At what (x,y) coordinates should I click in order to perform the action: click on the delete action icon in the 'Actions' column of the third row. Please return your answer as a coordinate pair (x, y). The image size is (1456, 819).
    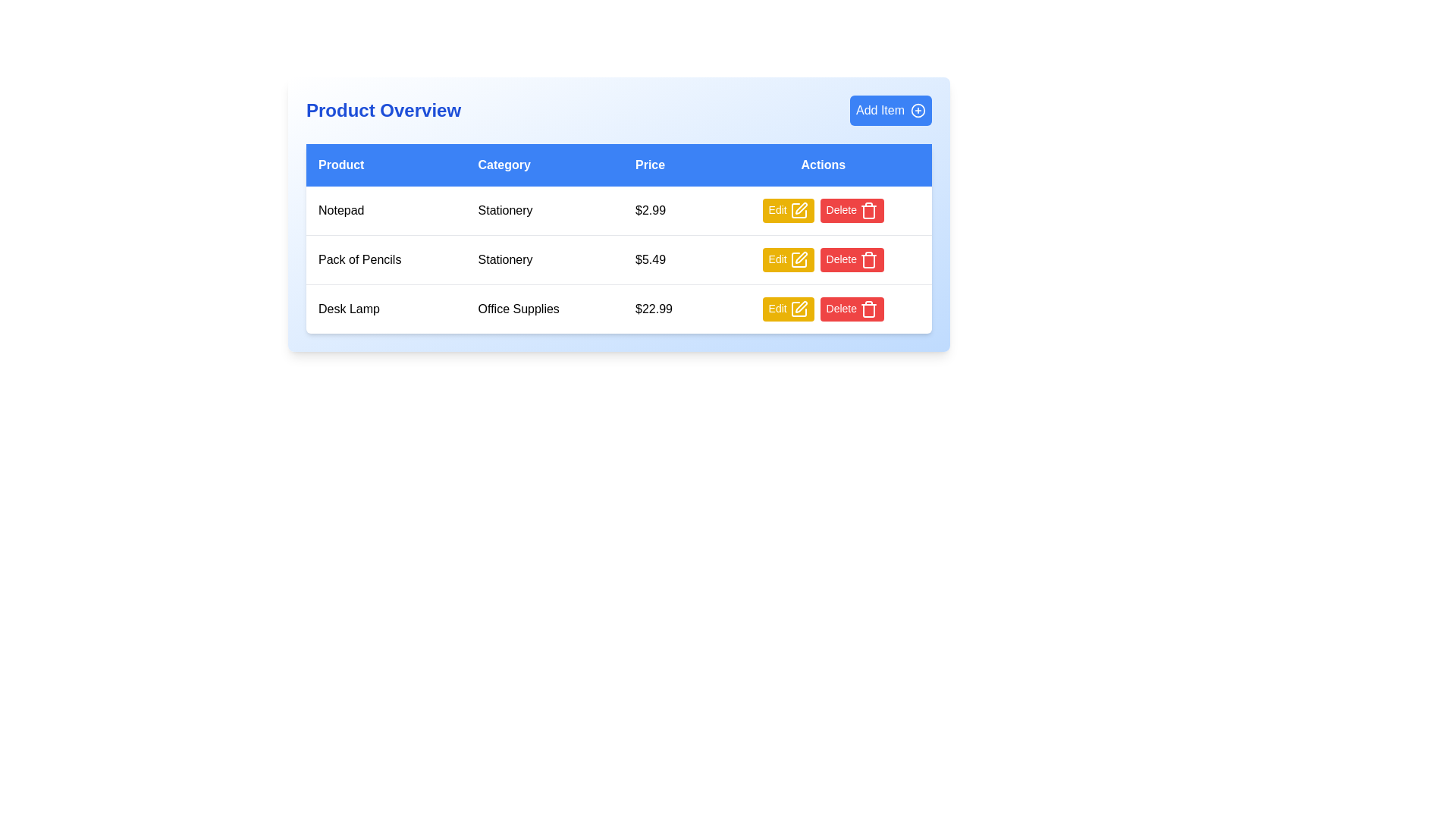
    Looking at the image, I should click on (868, 260).